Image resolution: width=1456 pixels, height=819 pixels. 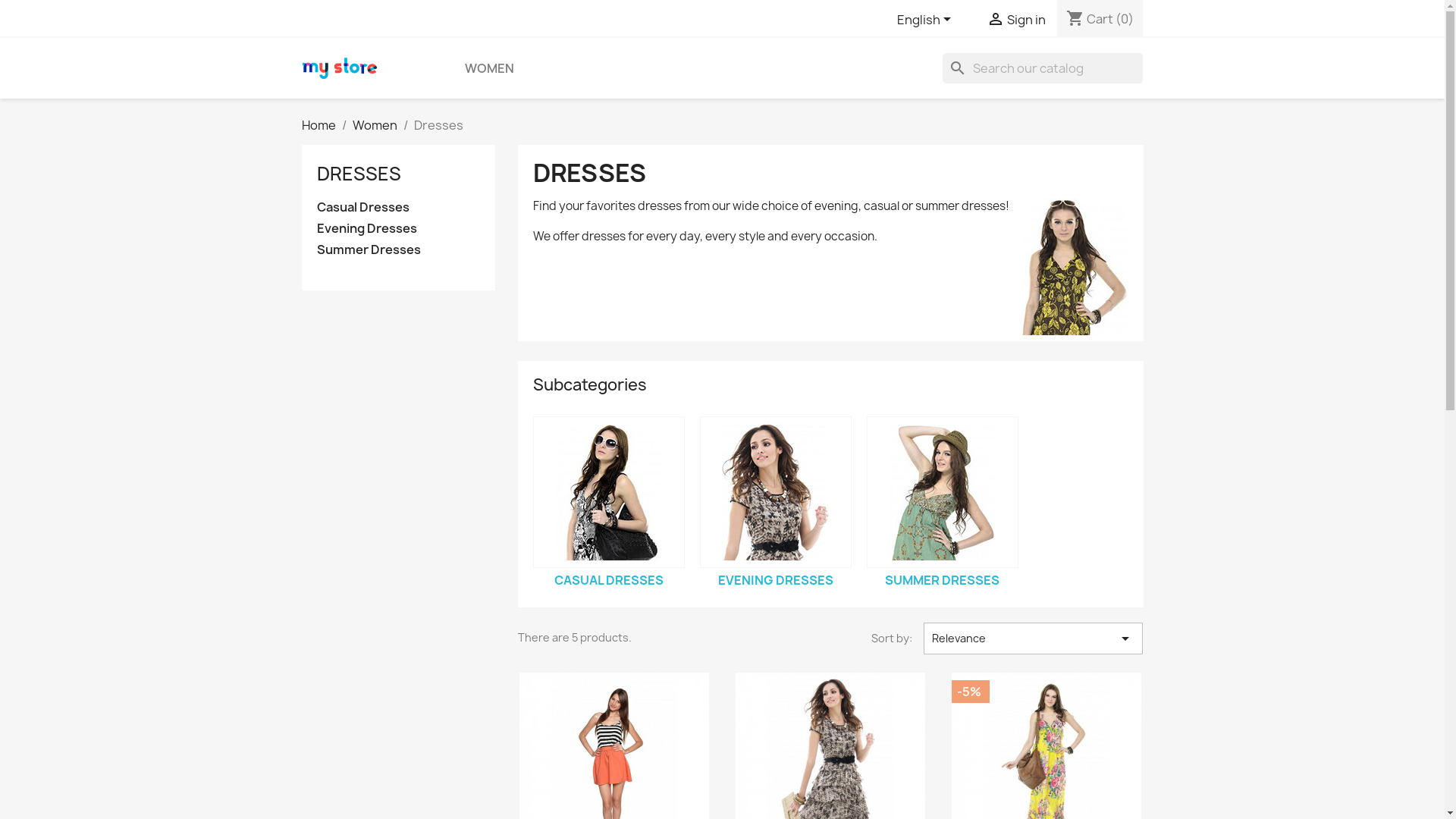 I want to click on 'Summer Dresses', so click(x=941, y=491).